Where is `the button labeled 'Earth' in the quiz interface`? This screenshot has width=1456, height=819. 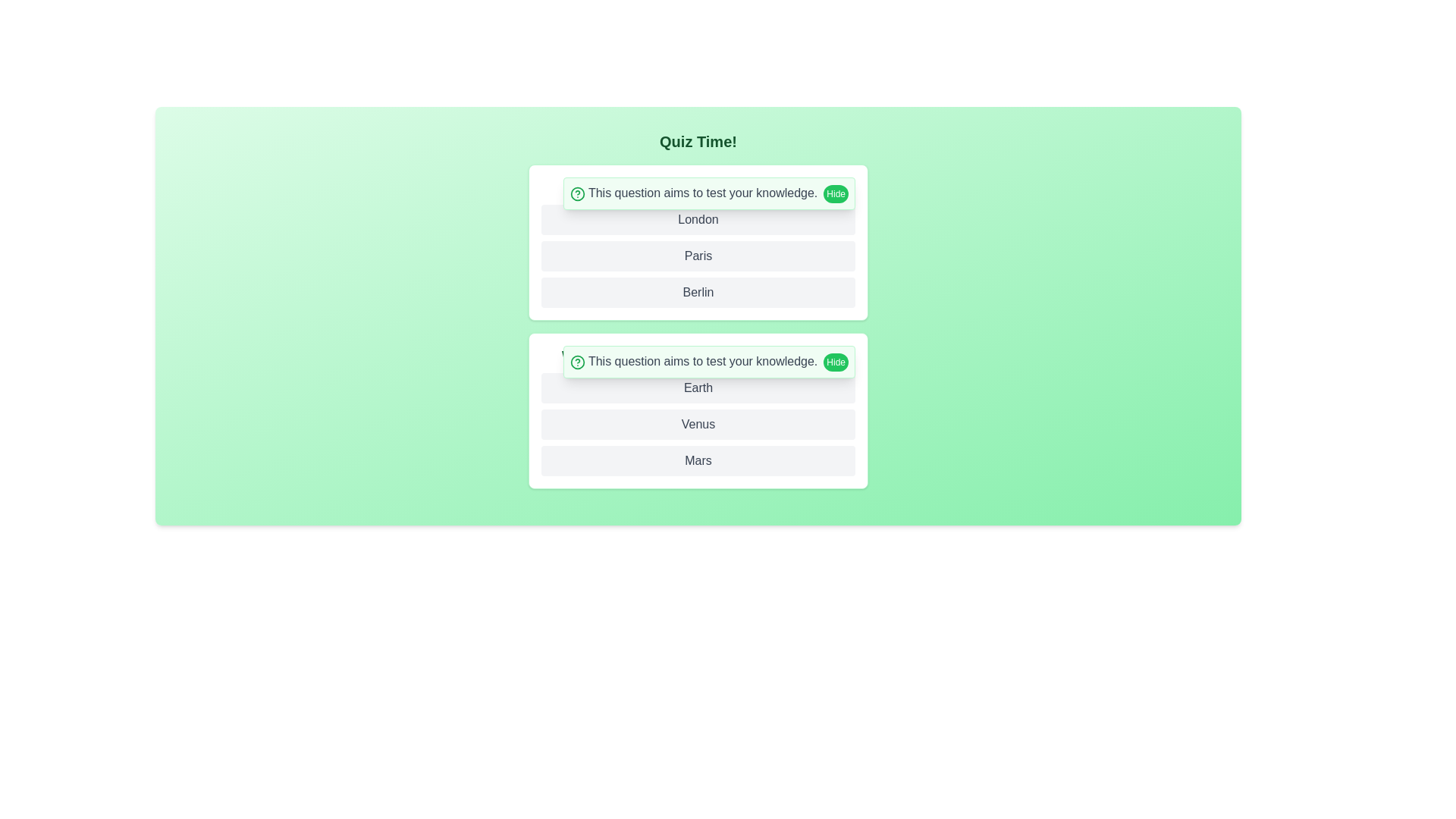 the button labeled 'Earth' in the quiz interface is located at coordinates (698, 388).